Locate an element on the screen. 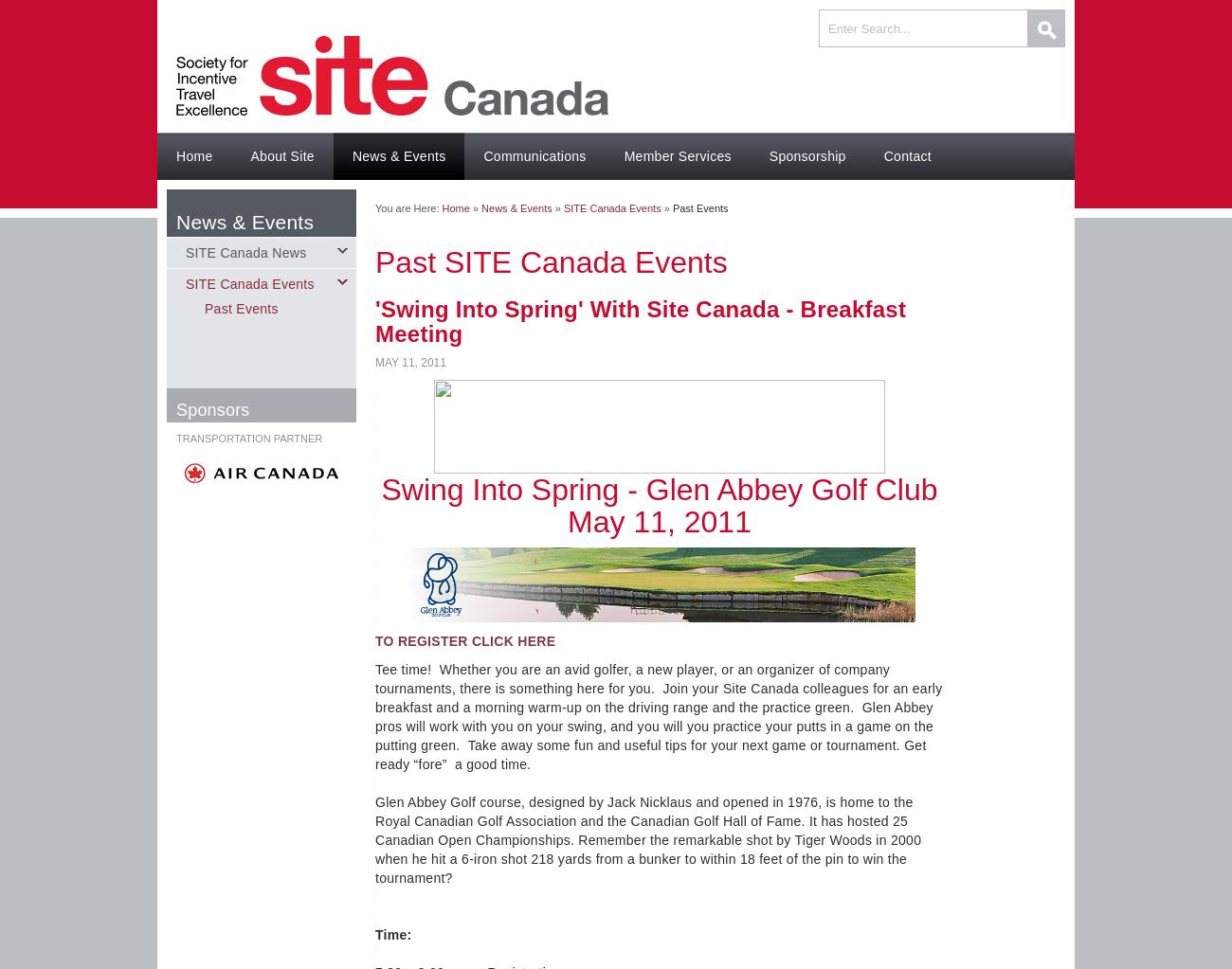  'Home' is located at coordinates (454, 207).